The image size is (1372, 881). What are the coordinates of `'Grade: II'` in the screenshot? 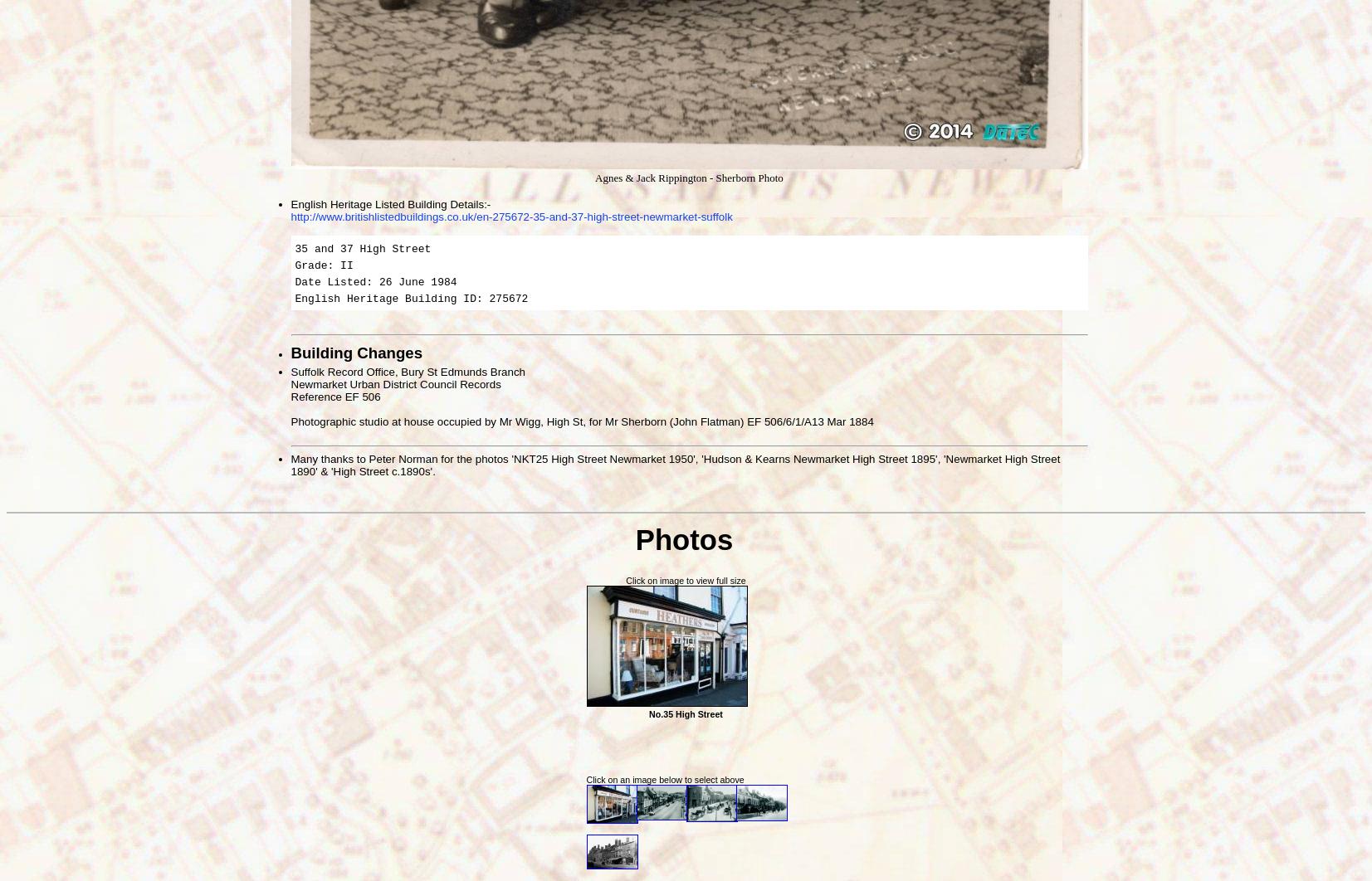 It's located at (294, 265).